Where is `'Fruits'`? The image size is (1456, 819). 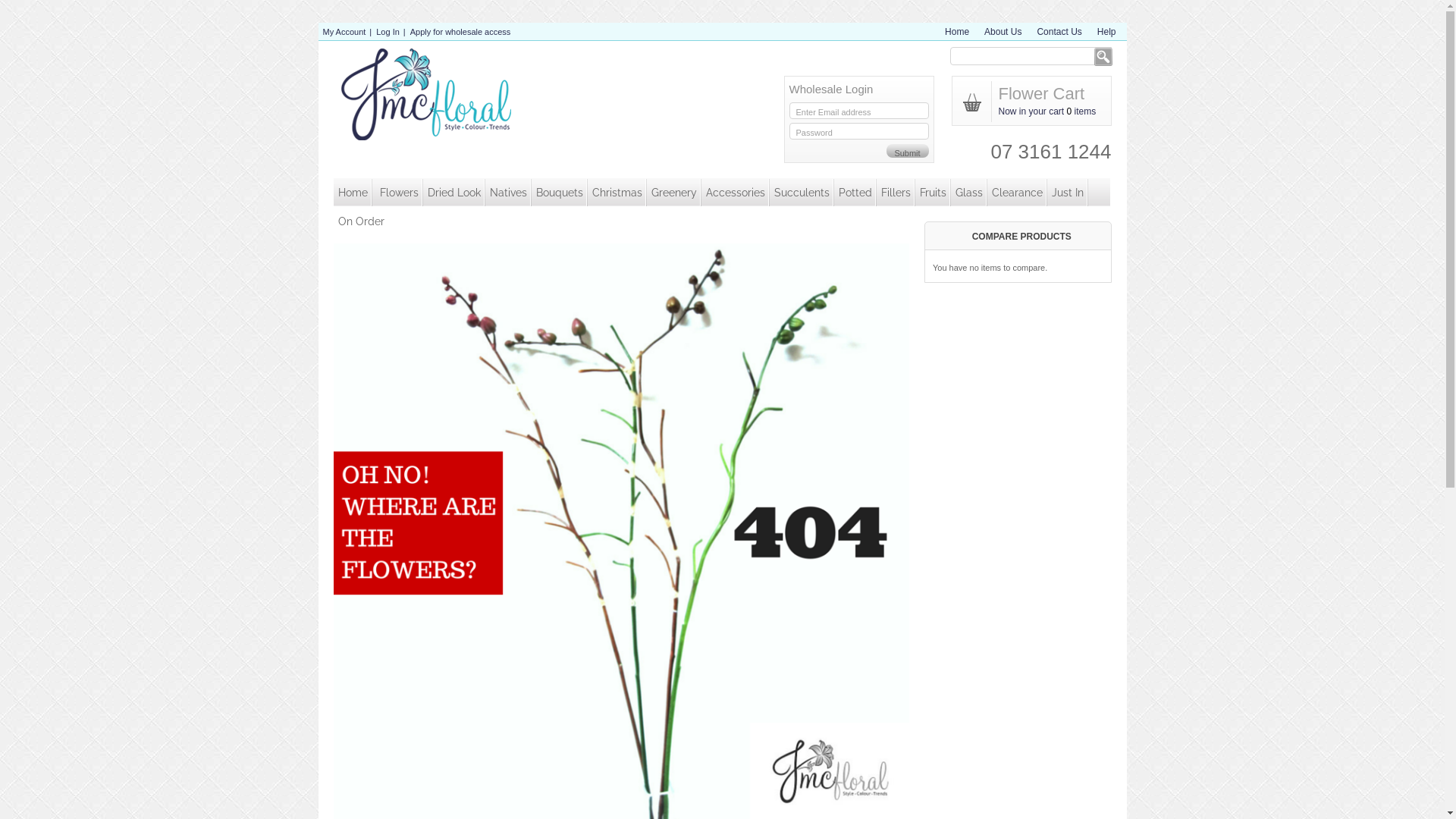 'Fruits' is located at coordinates (931, 192).